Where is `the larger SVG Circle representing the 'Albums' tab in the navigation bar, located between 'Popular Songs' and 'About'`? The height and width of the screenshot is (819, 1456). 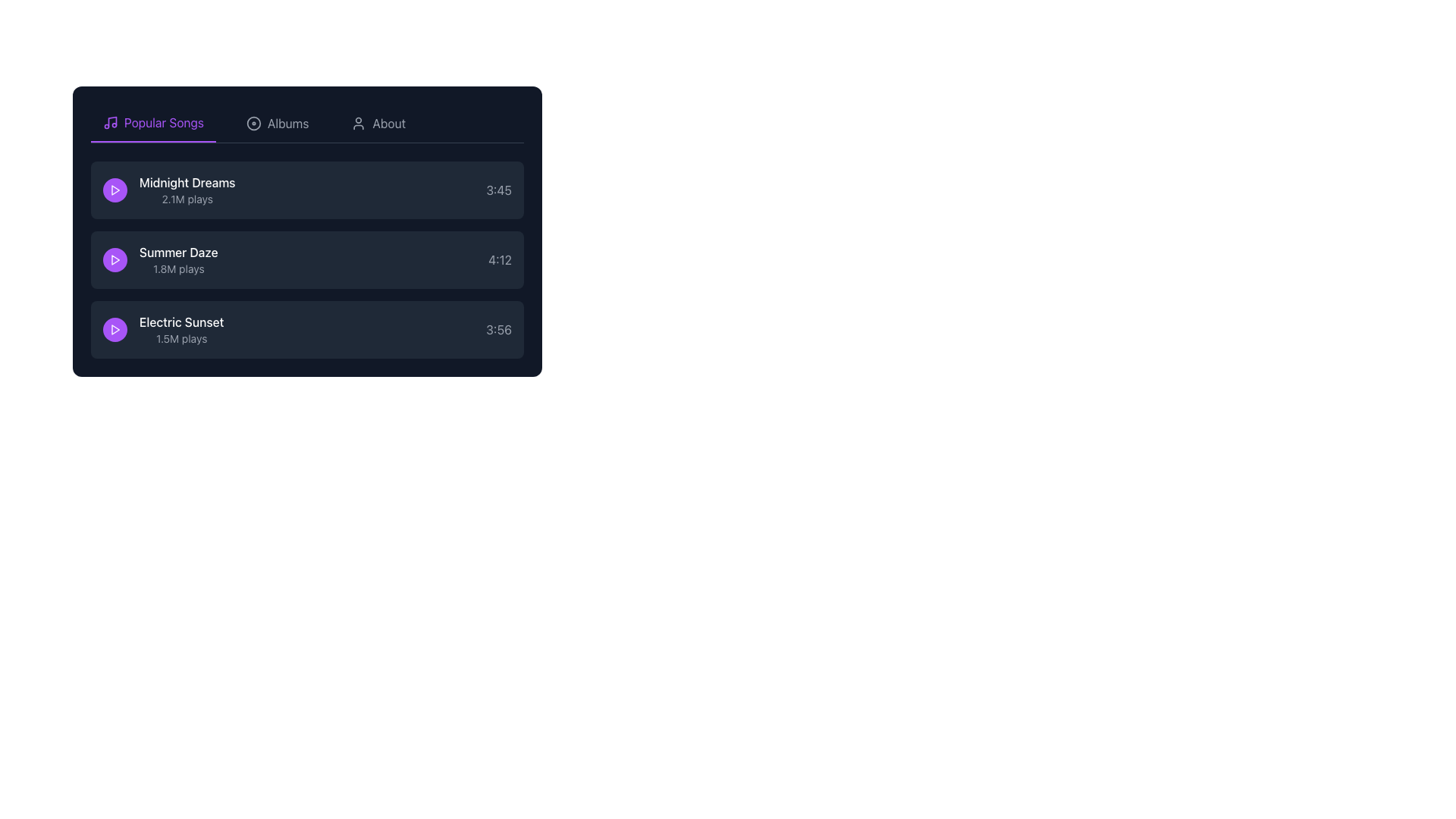 the larger SVG Circle representing the 'Albums' tab in the navigation bar, located between 'Popular Songs' and 'About' is located at coordinates (254, 122).